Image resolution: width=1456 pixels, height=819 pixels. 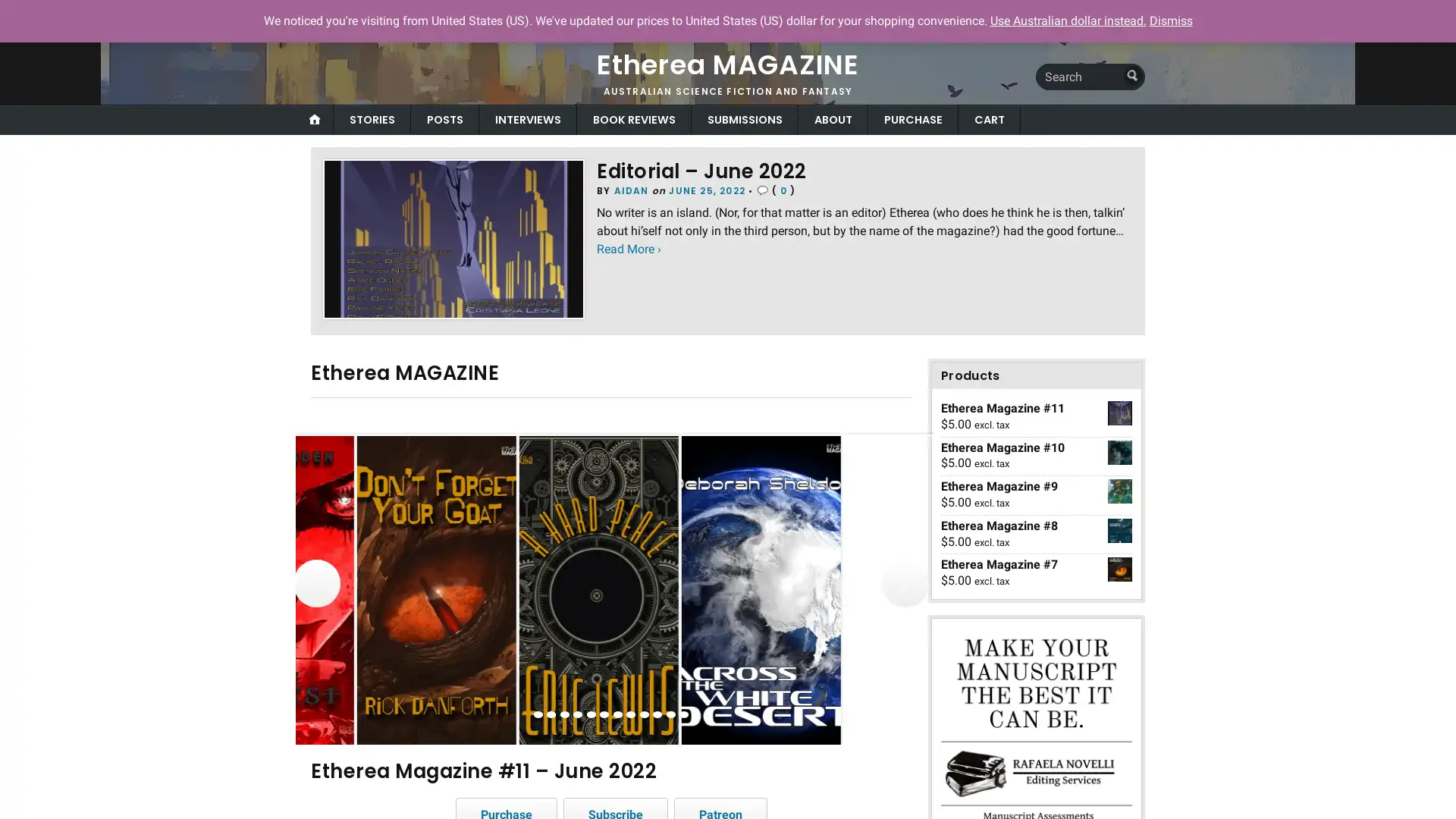 I want to click on view image 7 of 12 in carousel, so click(x=617, y=714).